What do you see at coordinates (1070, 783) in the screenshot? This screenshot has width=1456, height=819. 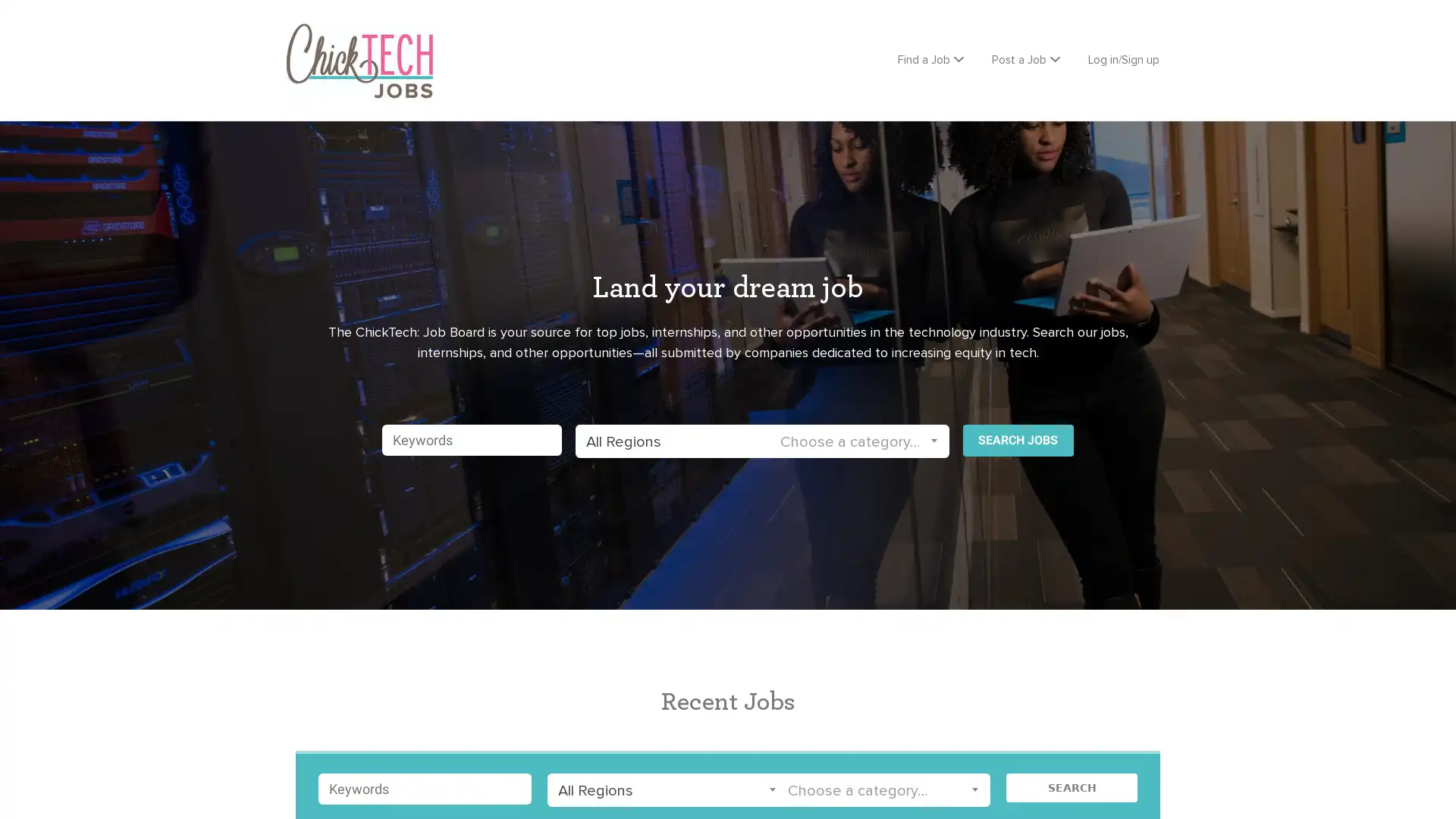 I see `Search` at bounding box center [1070, 783].